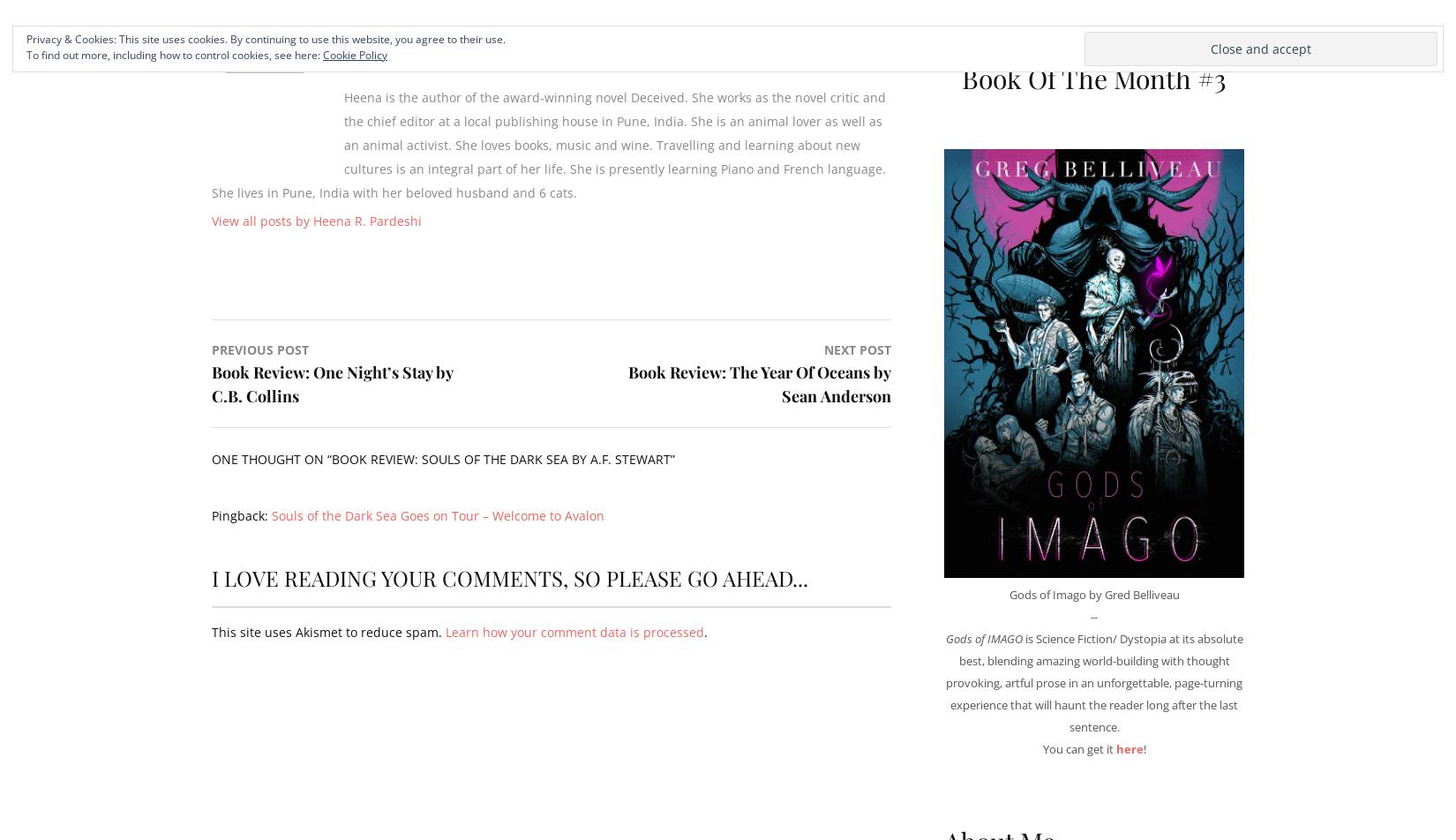  What do you see at coordinates (175, 55) in the screenshot?
I see `'To find out more, including how to control cookies, see here:'` at bounding box center [175, 55].